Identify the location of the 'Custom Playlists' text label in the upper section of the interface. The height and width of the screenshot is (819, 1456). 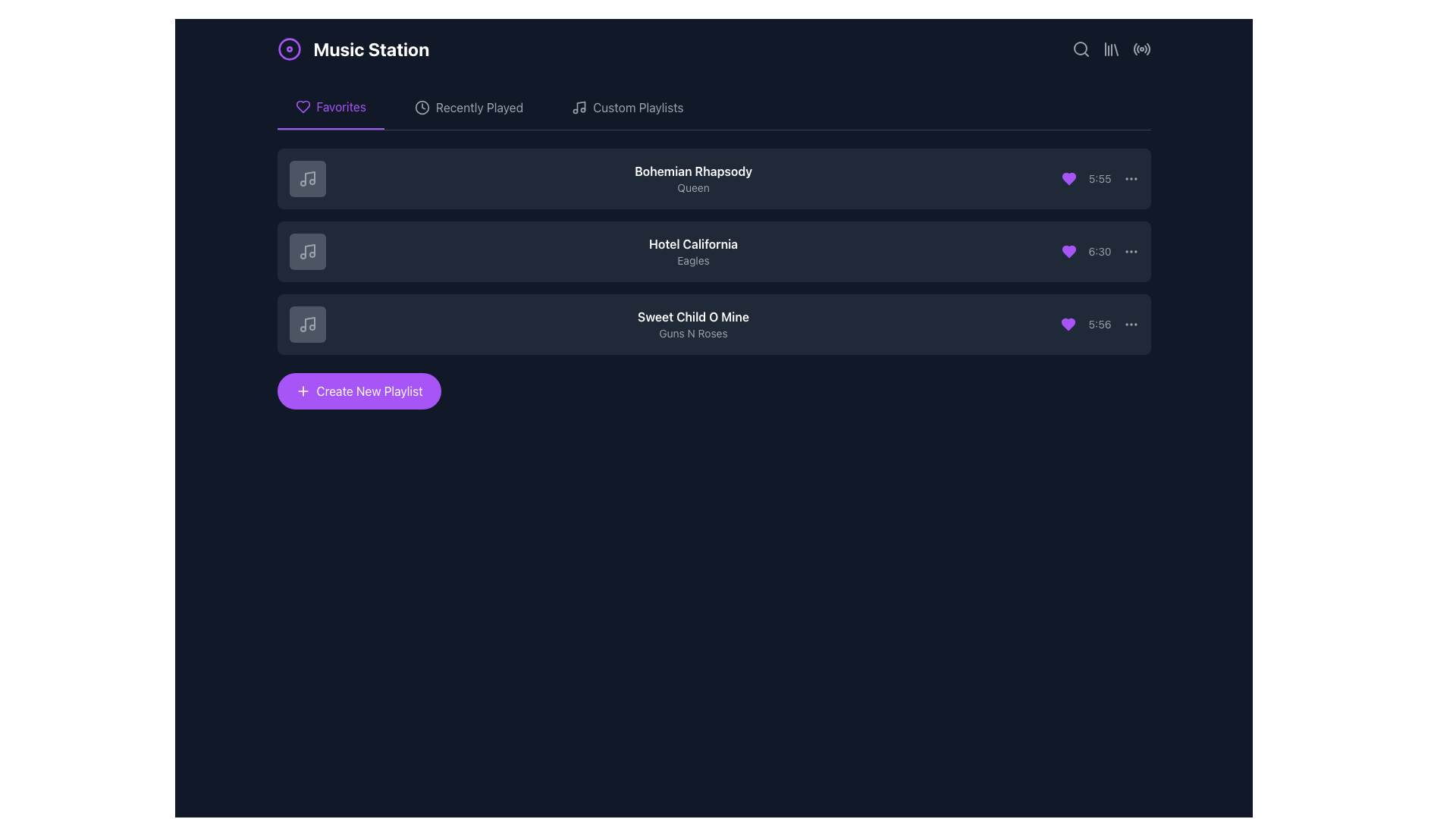
(638, 107).